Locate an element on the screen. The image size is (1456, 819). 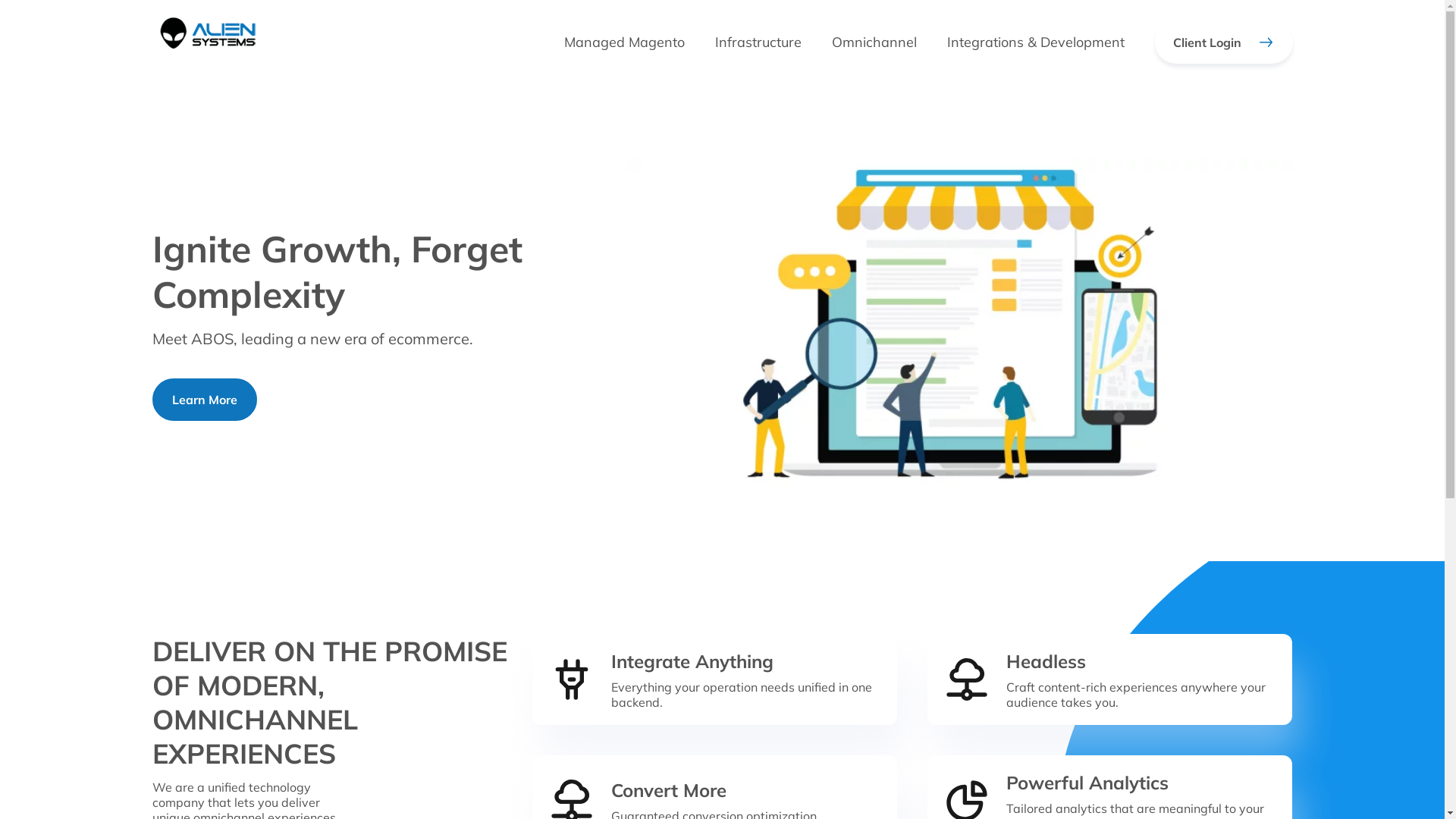
'Omnichannel' is located at coordinates (874, 41).